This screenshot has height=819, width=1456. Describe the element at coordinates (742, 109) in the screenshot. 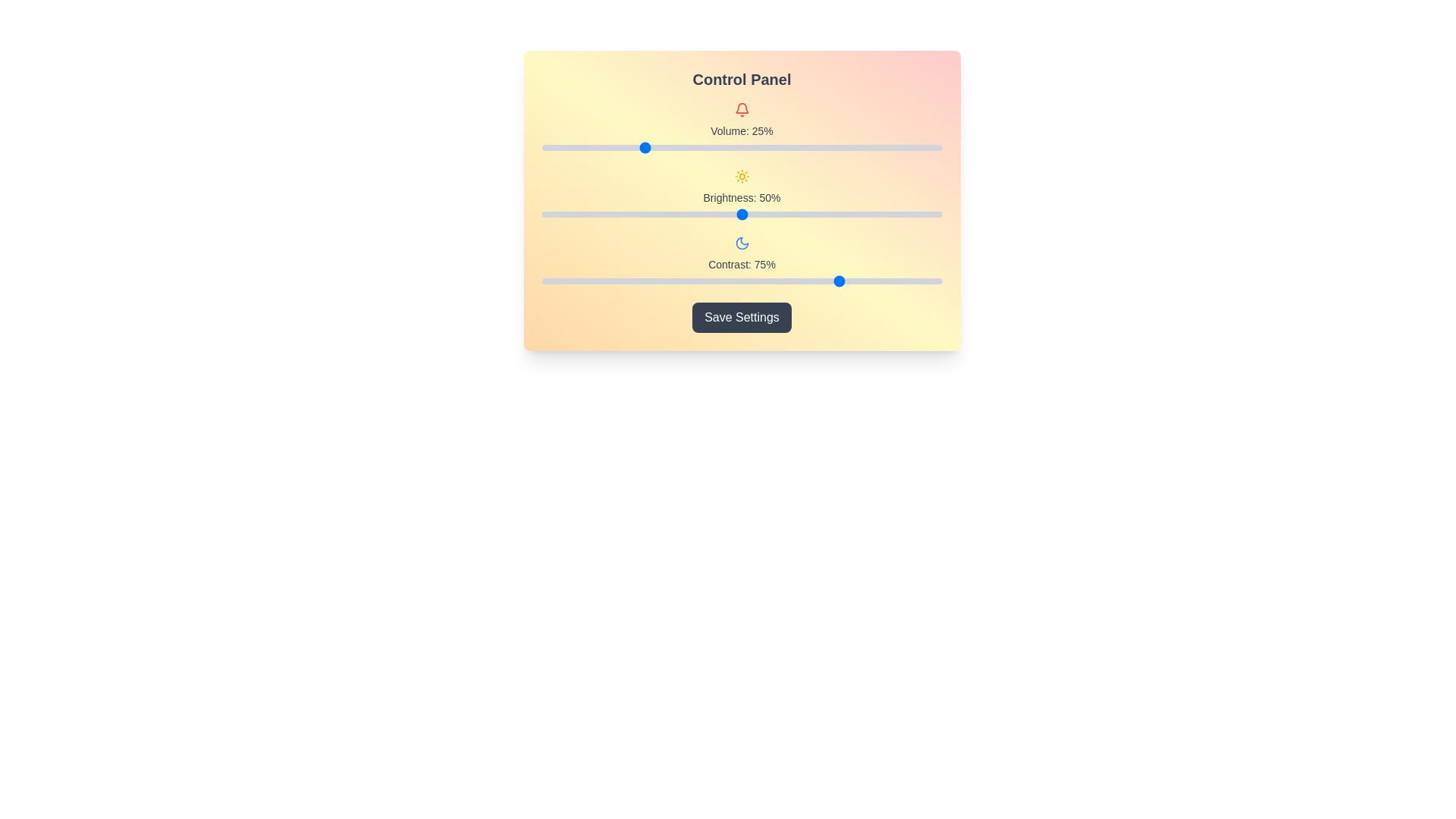

I see `the volume icon located at the center of the 'Volume: 25%' section, which is directly above the volume slider` at that location.